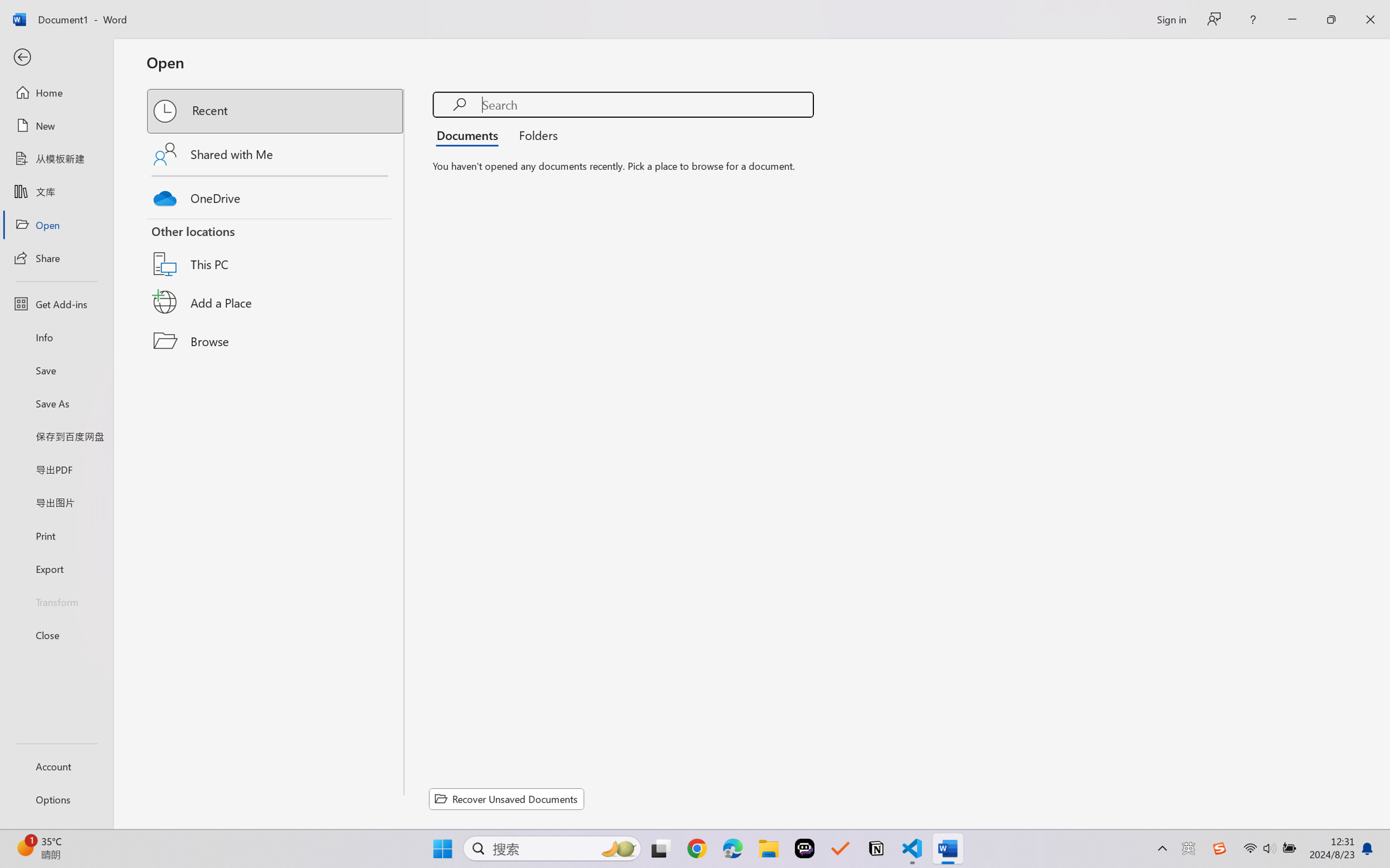 Image resolution: width=1390 pixels, height=868 pixels. What do you see at coordinates (535, 134) in the screenshot?
I see `'Folders'` at bounding box center [535, 134].